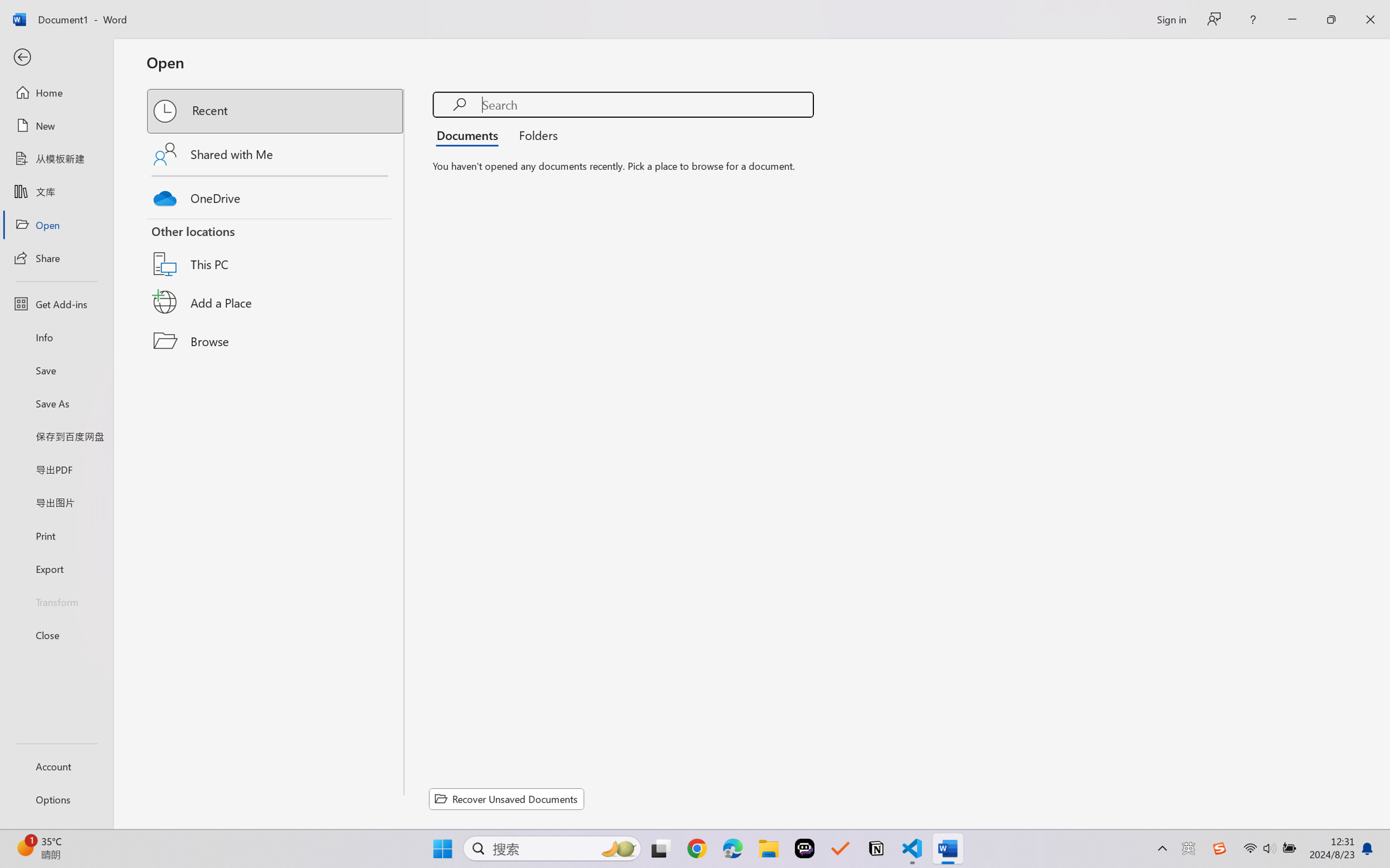 Image resolution: width=1390 pixels, height=868 pixels. What do you see at coordinates (535, 134) in the screenshot?
I see `'Folders'` at bounding box center [535, 134].